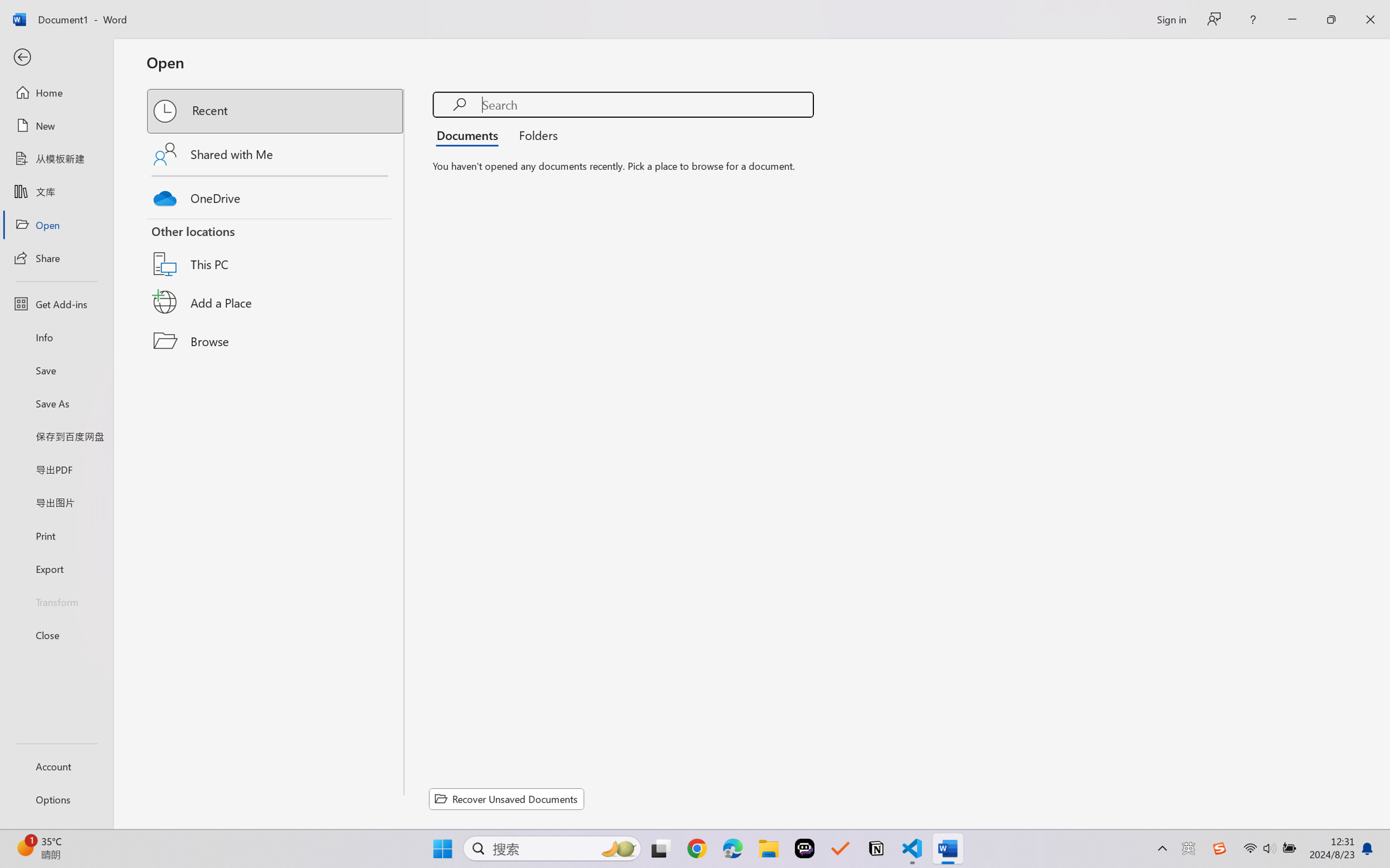 Image resolution: width=1390 pixels, height=868 pixels. What do you see at coordinates (535, 134) in the screenshot?
I see `'Folders'` at bounding box center [535, 134].